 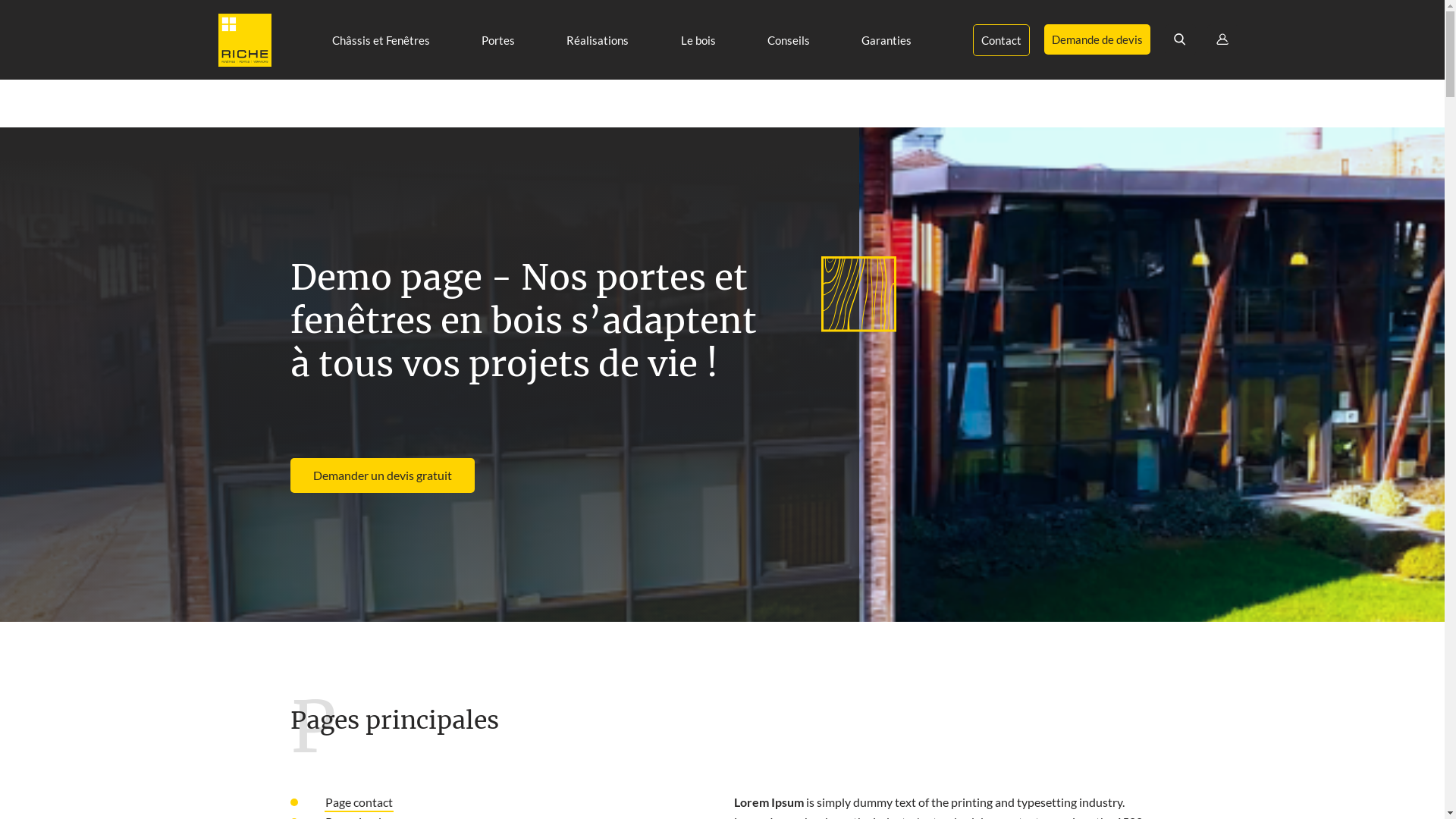 What do you see at coordinates (1222, 39) in the screenshot?
I see `'User'` at bounding box center [1222, 39].